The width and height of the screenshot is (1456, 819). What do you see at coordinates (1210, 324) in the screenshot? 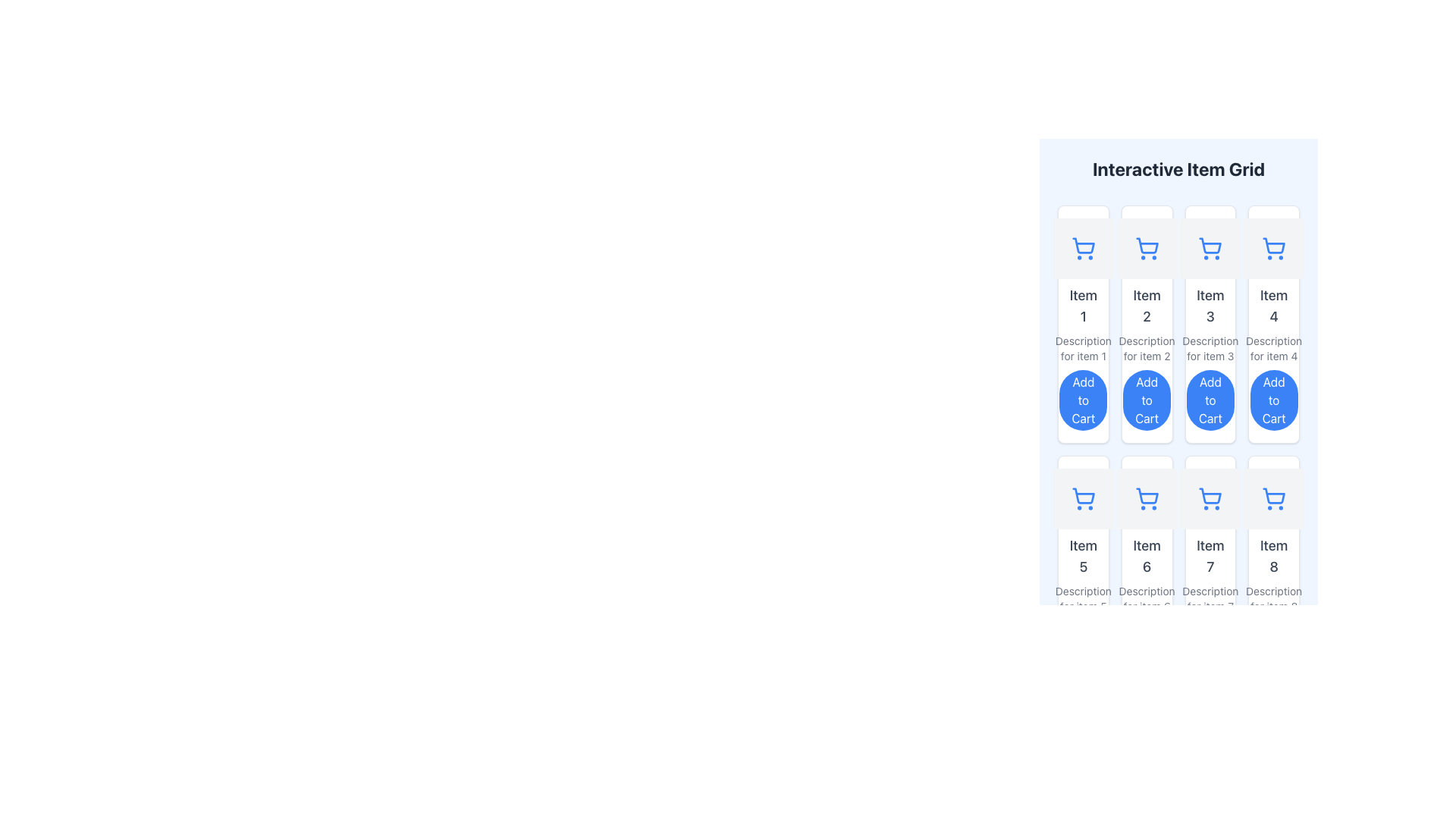
I see `the blue shopping cart icon at the top of the 'Item 3' interactive card` at bounding box center [1210, 324].